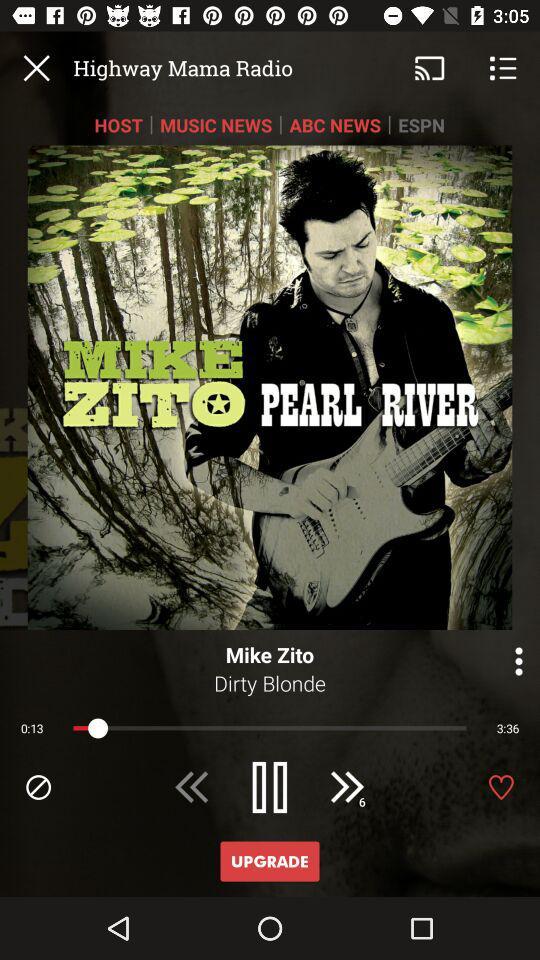 Image resolution: width=540 pixels, height=960 pixels. I want to click on the close icon, so click(36, 68).